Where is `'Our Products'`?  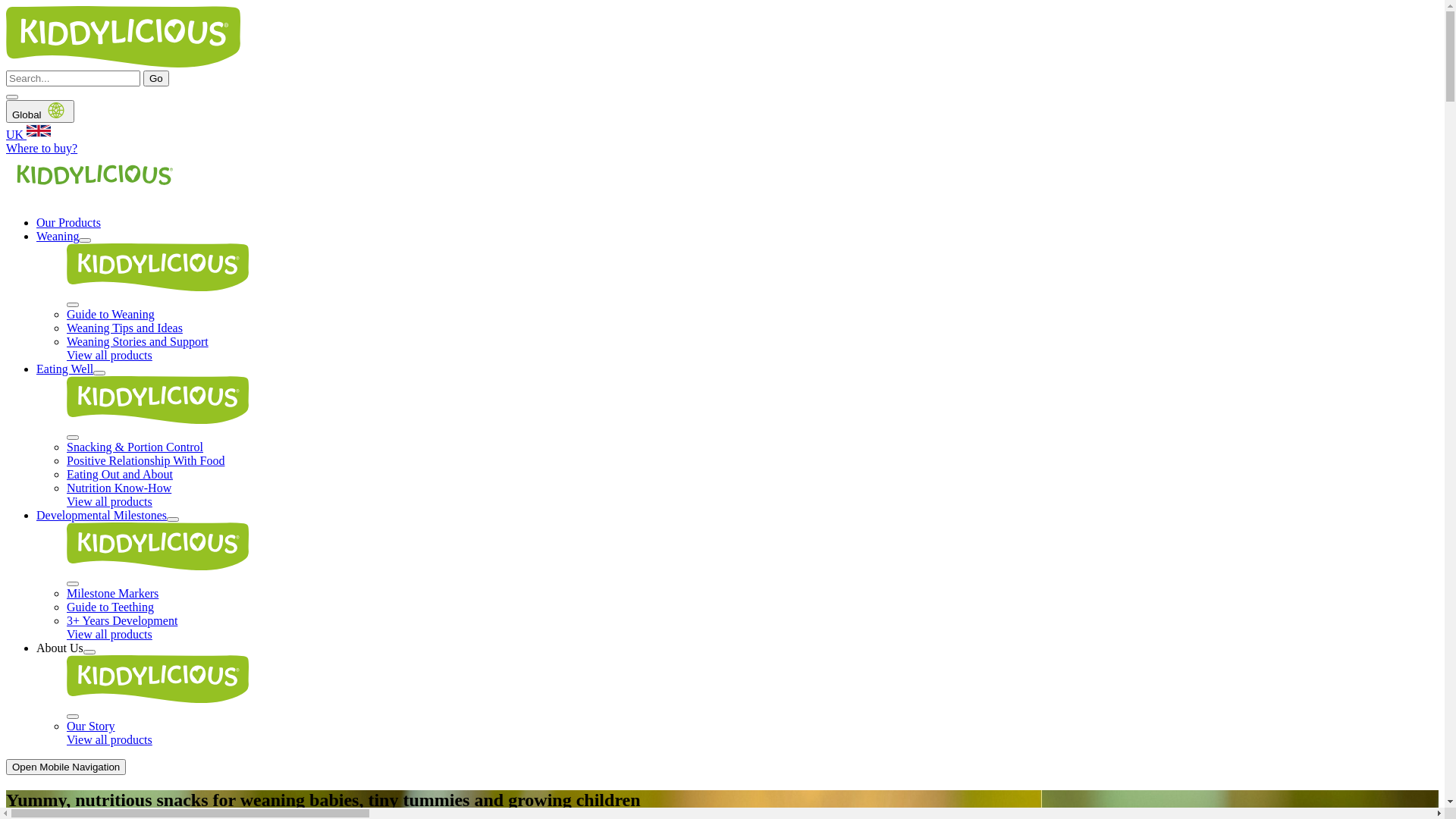
'Our Products' is located at coordinates (67, 222).